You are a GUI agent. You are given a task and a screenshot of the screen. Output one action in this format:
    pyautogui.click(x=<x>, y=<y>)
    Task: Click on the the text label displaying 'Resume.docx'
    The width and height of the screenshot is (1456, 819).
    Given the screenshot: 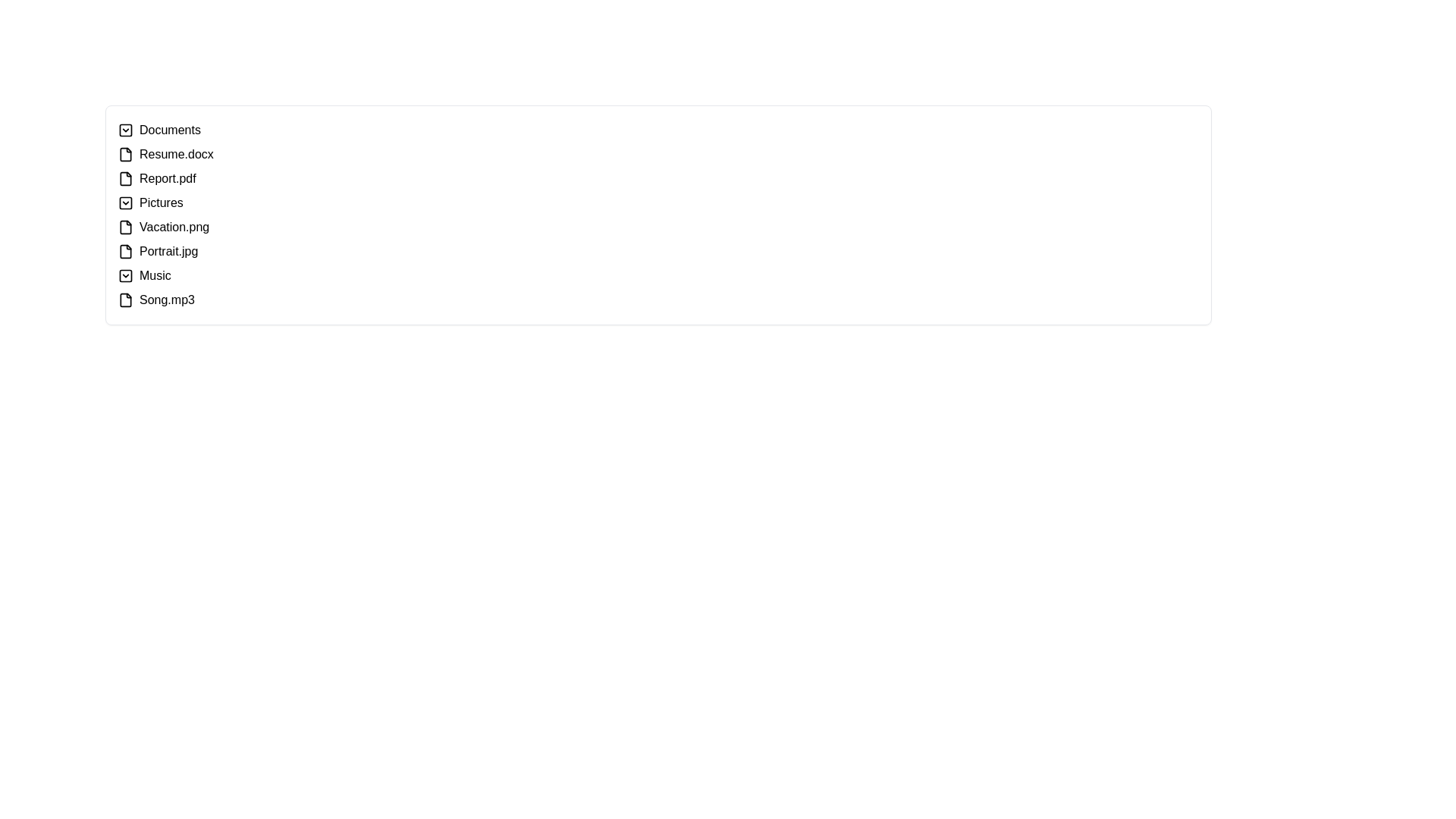 What is the action you would take?
    pyautogui.click(x=176, y=155)
    